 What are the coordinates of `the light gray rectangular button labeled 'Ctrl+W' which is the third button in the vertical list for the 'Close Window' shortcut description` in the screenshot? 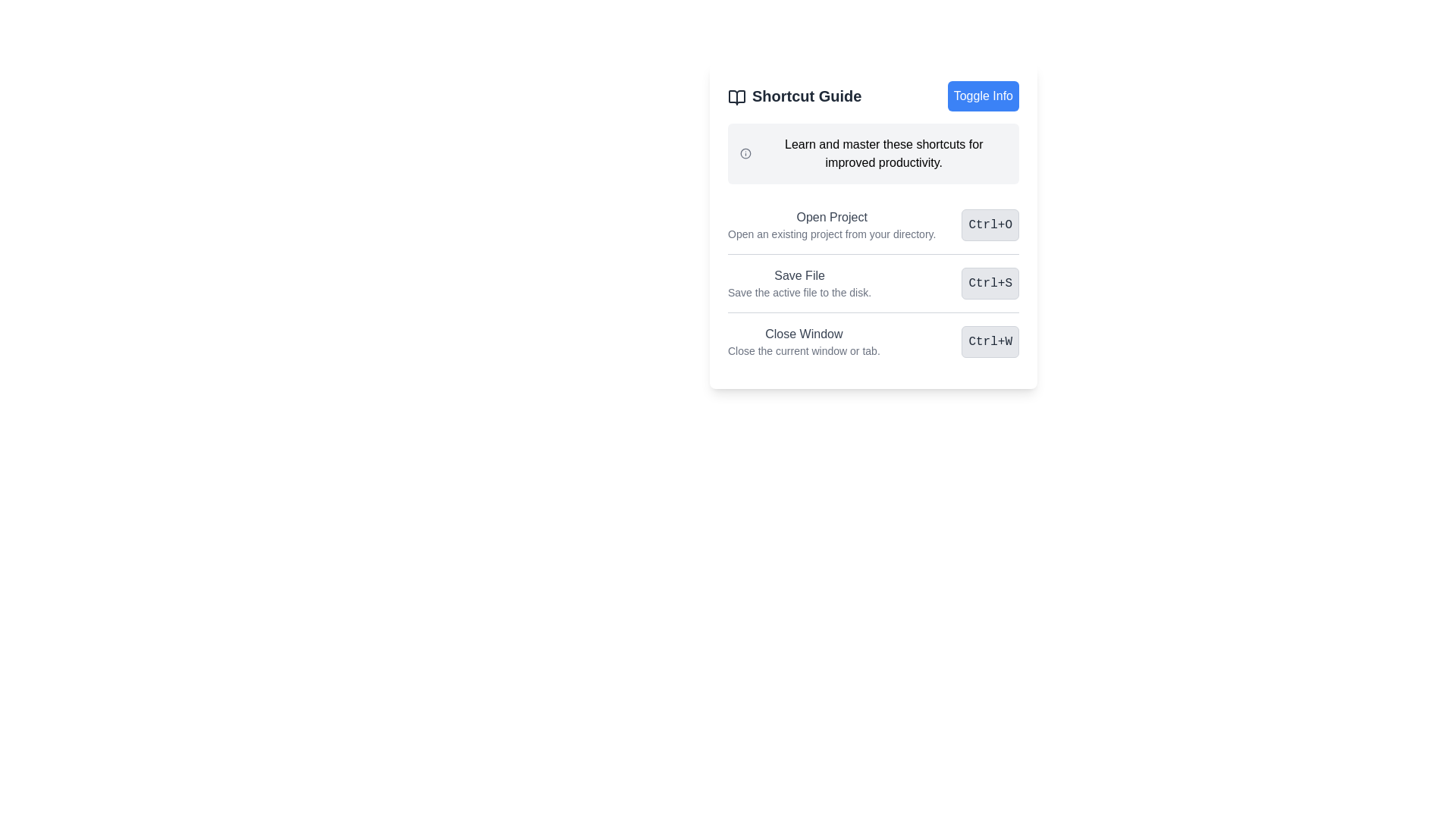 It's located at (990, 342).